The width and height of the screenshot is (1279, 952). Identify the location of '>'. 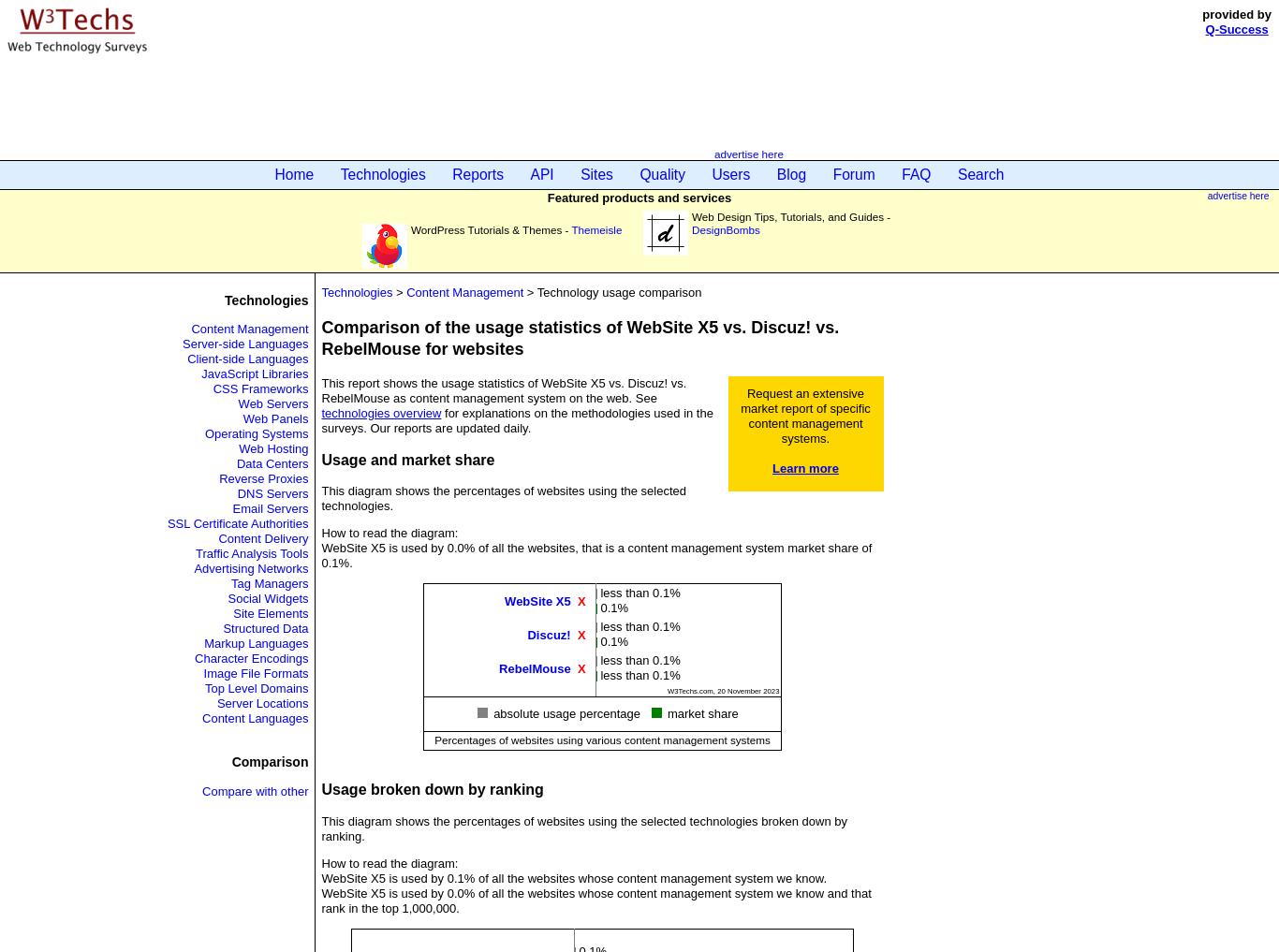
(398, 292).